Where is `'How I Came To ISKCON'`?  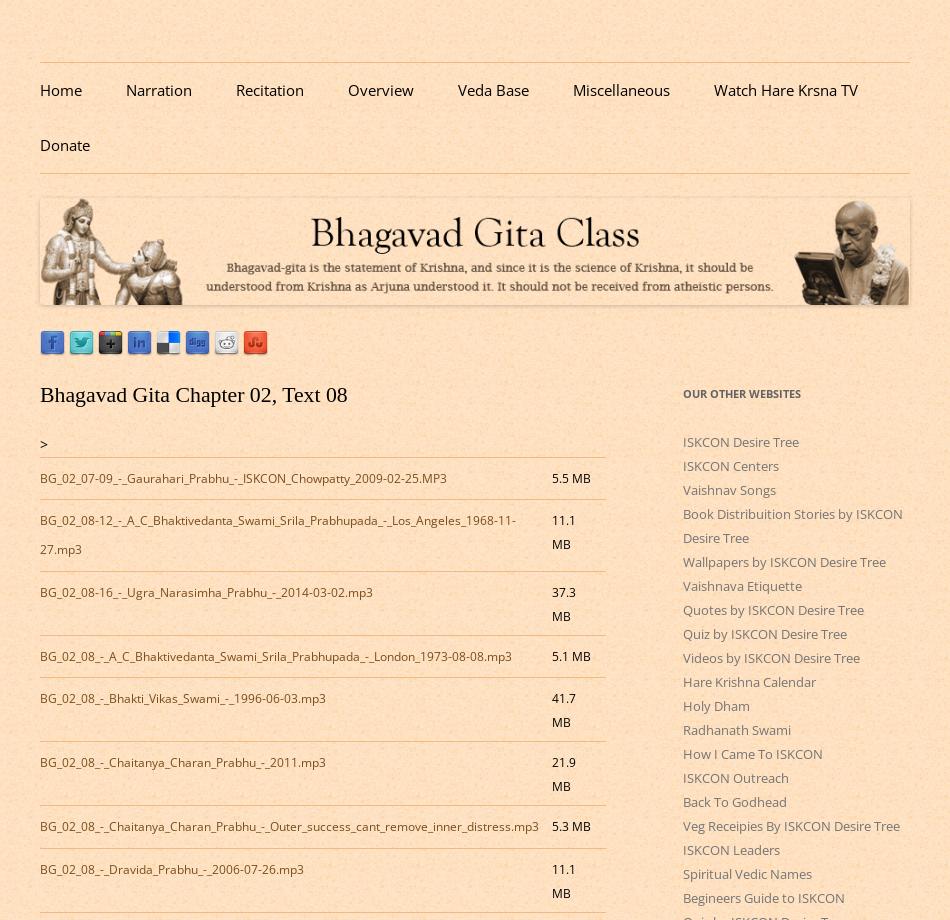
'How I Came To ISKCON' is located at coordinates (751, 754).